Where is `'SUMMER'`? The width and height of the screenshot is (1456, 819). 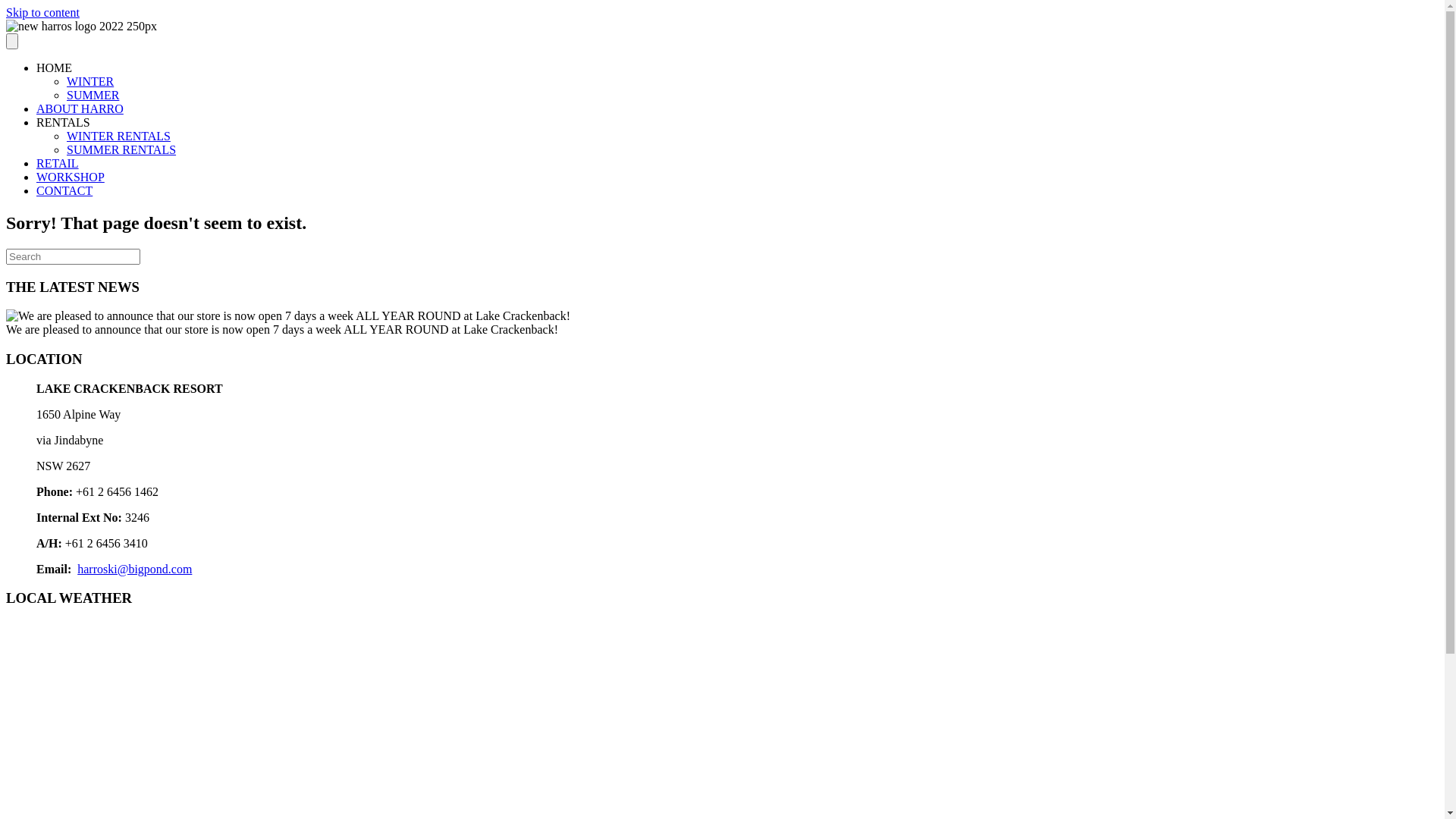
'SUMMER' is located at coordinates (92, 95).